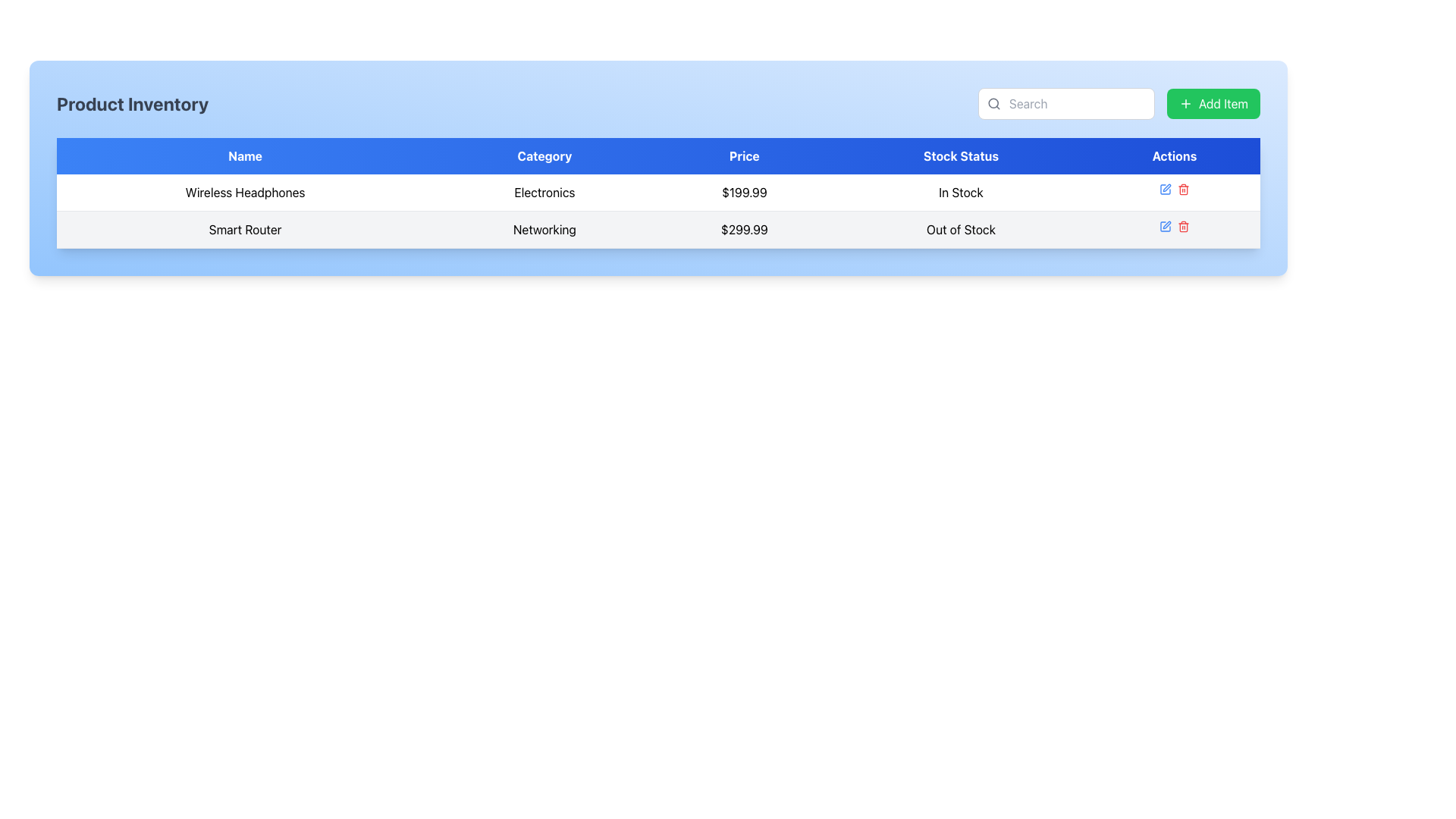 Image resolution: width=1456 pixels, height=819 pixels. What do you see at coordinates (245, 192) in the screenshot?
I see `product name displayed in the Data cell element that shows 'Wireless Headphones' in the 'Name' column of the table, located in the first row` at bounding box center [245, 192].